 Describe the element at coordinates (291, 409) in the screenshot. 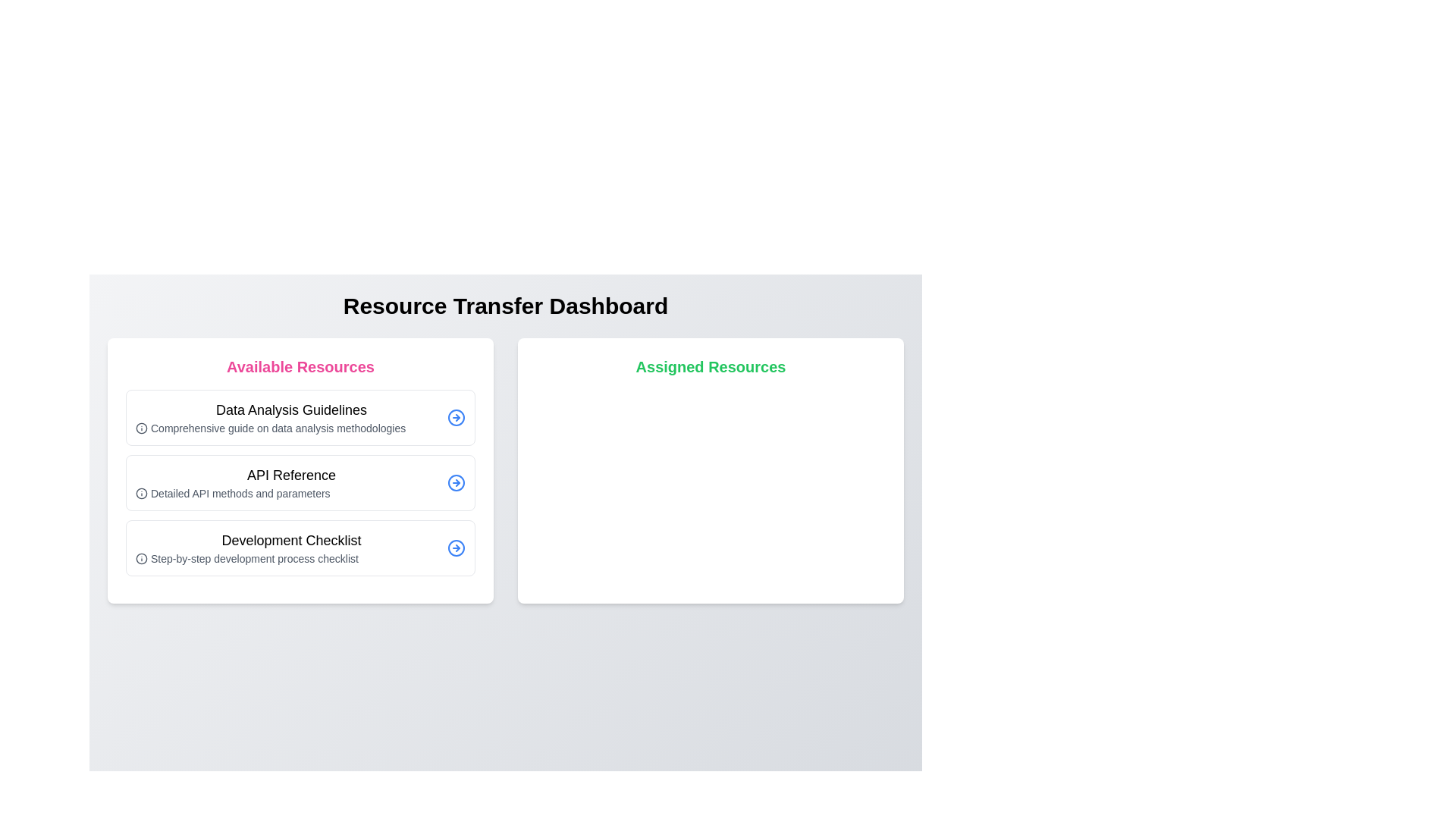

I see `the prominently displayed text 'Data Analysis Guidelines' which is styled with a medium font weight and larger size, located in the top row under 'Available Resources' in the 'Resource Transfer Dashboard'` at that location.